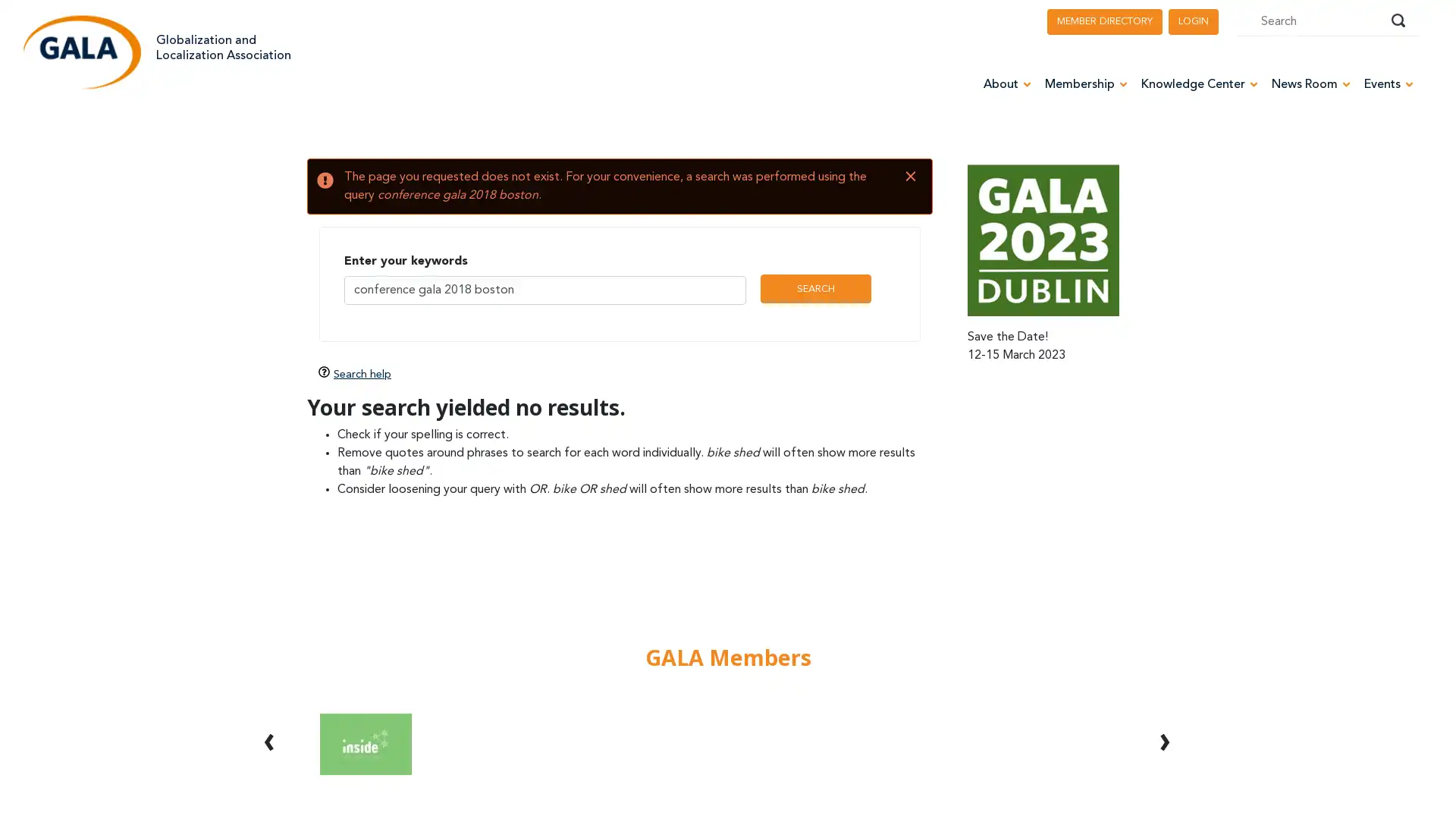 Image resolution: width=1456 pixels, height=819 pixels. Describe the element at coordinates (1193, 21) in the screenshot. I see `LOGIN` at that location.